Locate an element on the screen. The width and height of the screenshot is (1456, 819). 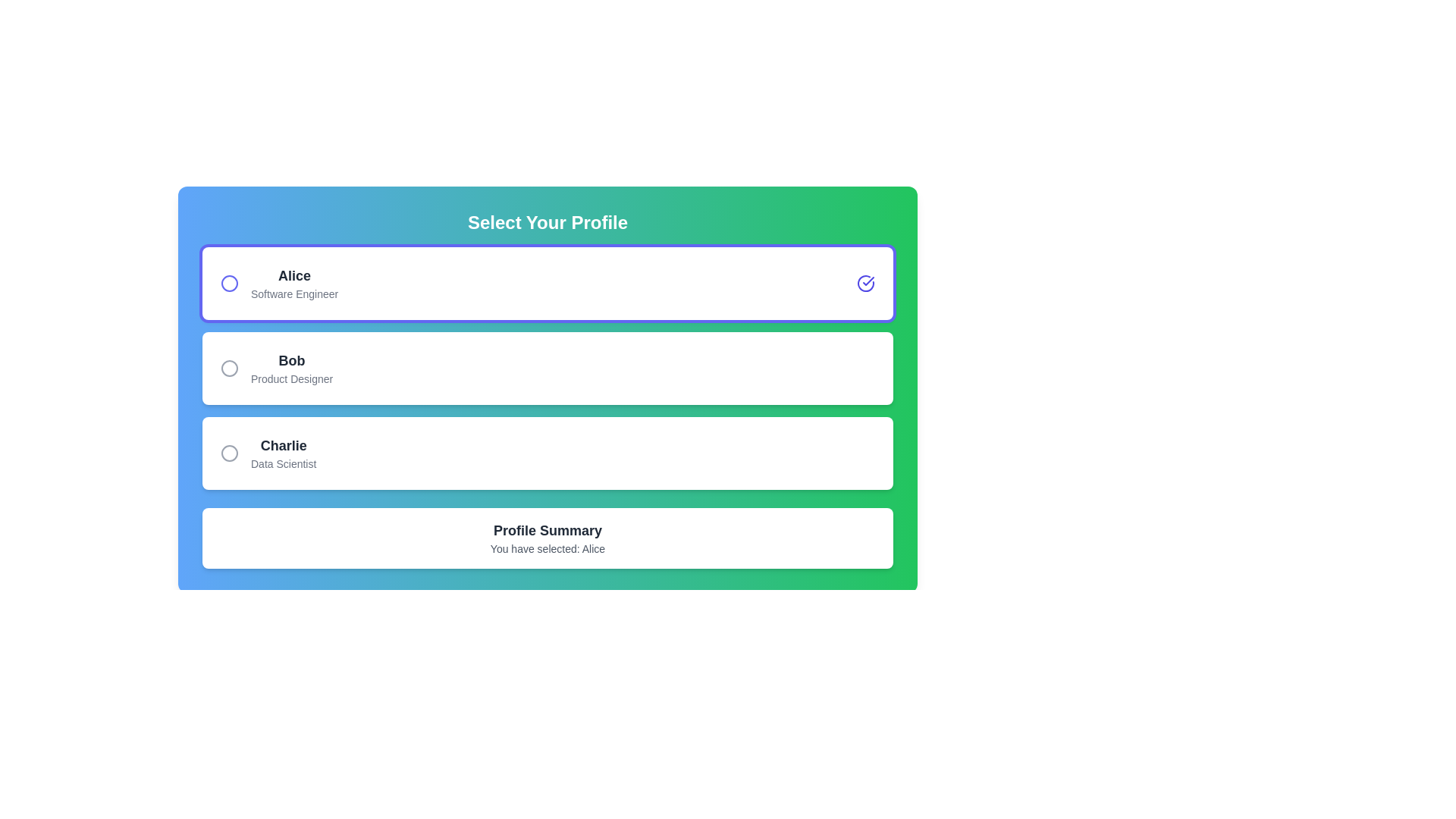
the text label indicating the name 'Charlie' associated with the profile option, which is located in the third profile selection card from the top is located at coordinates (284, 444).